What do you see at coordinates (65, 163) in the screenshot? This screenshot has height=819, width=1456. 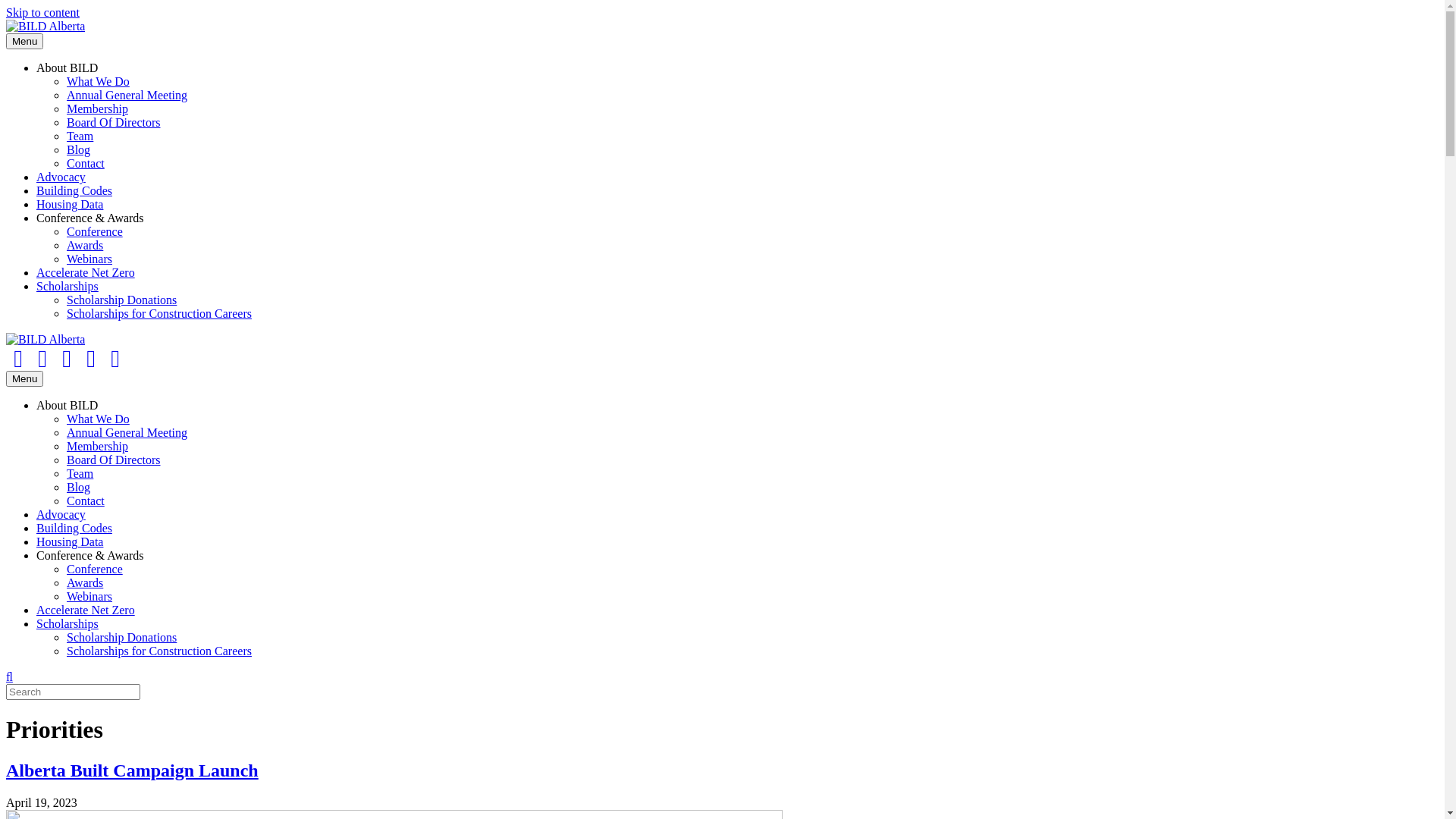 I see `'Contact'` at bounding box center [65, 163].